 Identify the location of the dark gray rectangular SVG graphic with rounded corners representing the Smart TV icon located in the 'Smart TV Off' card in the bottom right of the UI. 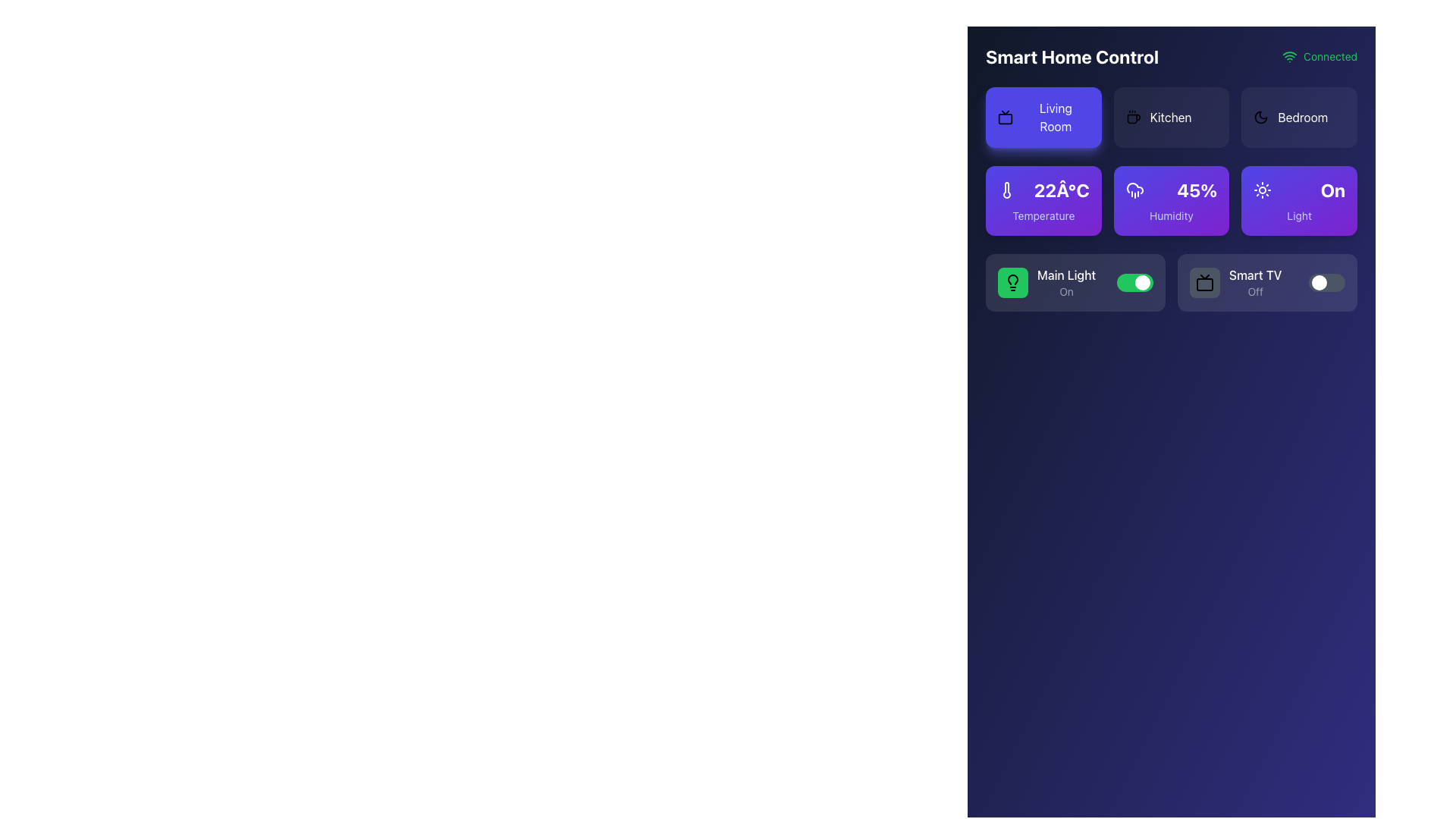
(1203, 284).